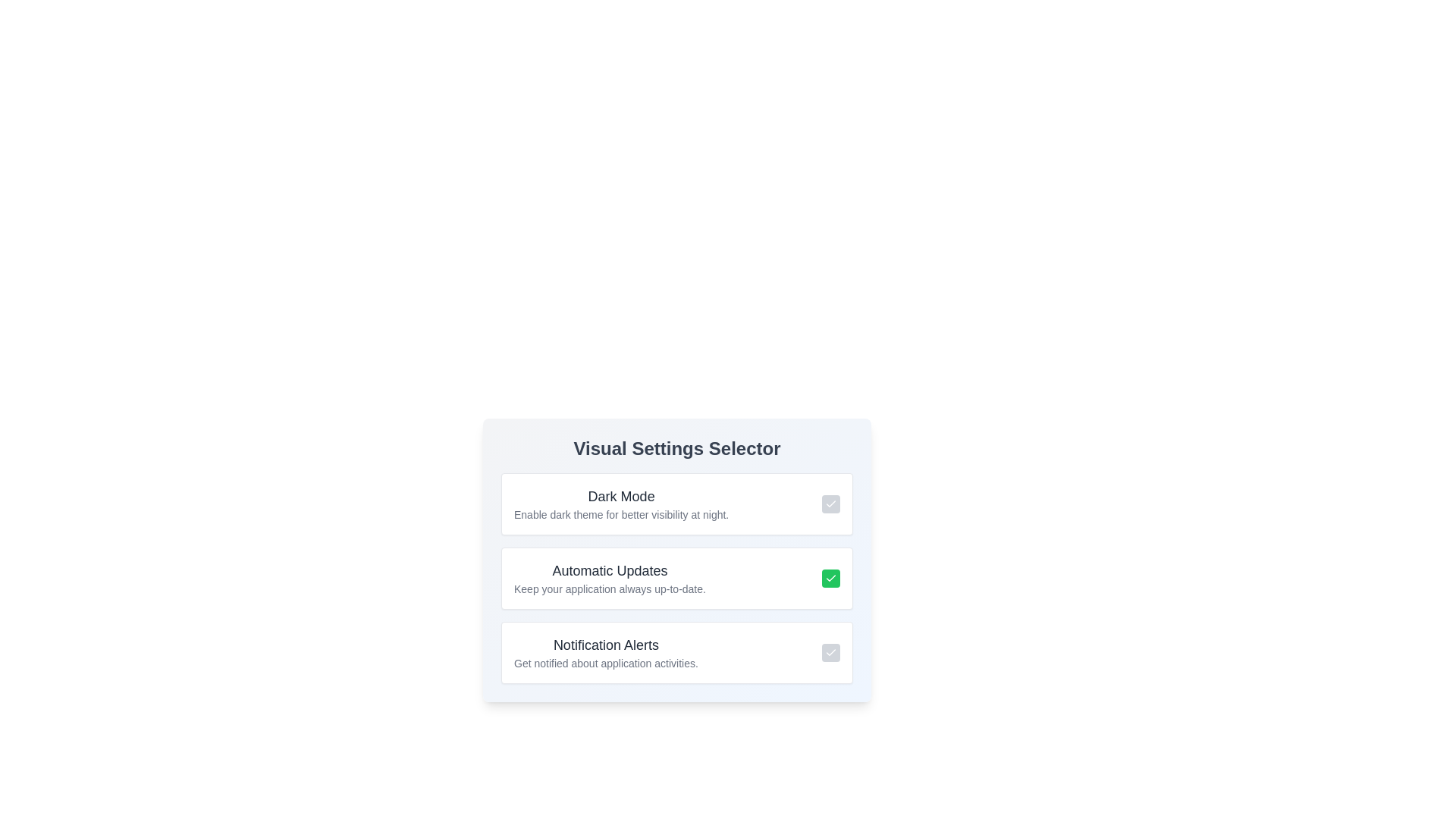 This screenshot has height=819, width=1456. What do you see at coordinates (830, 504) in the screenshot?
I see `the 'Dark Mode' toggle button` at bounding box center [830, 504].